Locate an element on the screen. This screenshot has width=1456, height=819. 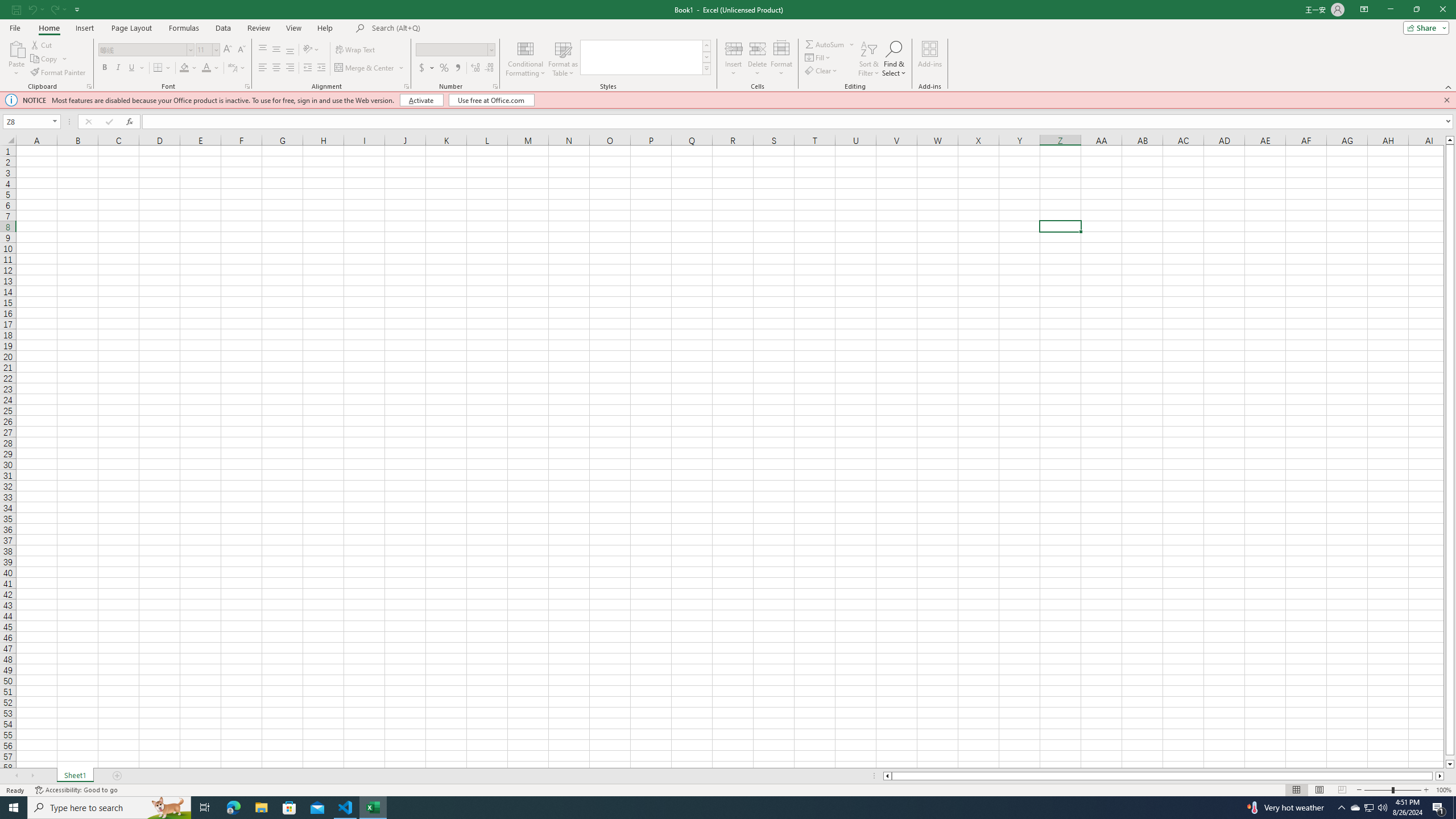
'AutomationID: CellStylesGallery' is located at coordinates (645, 57).